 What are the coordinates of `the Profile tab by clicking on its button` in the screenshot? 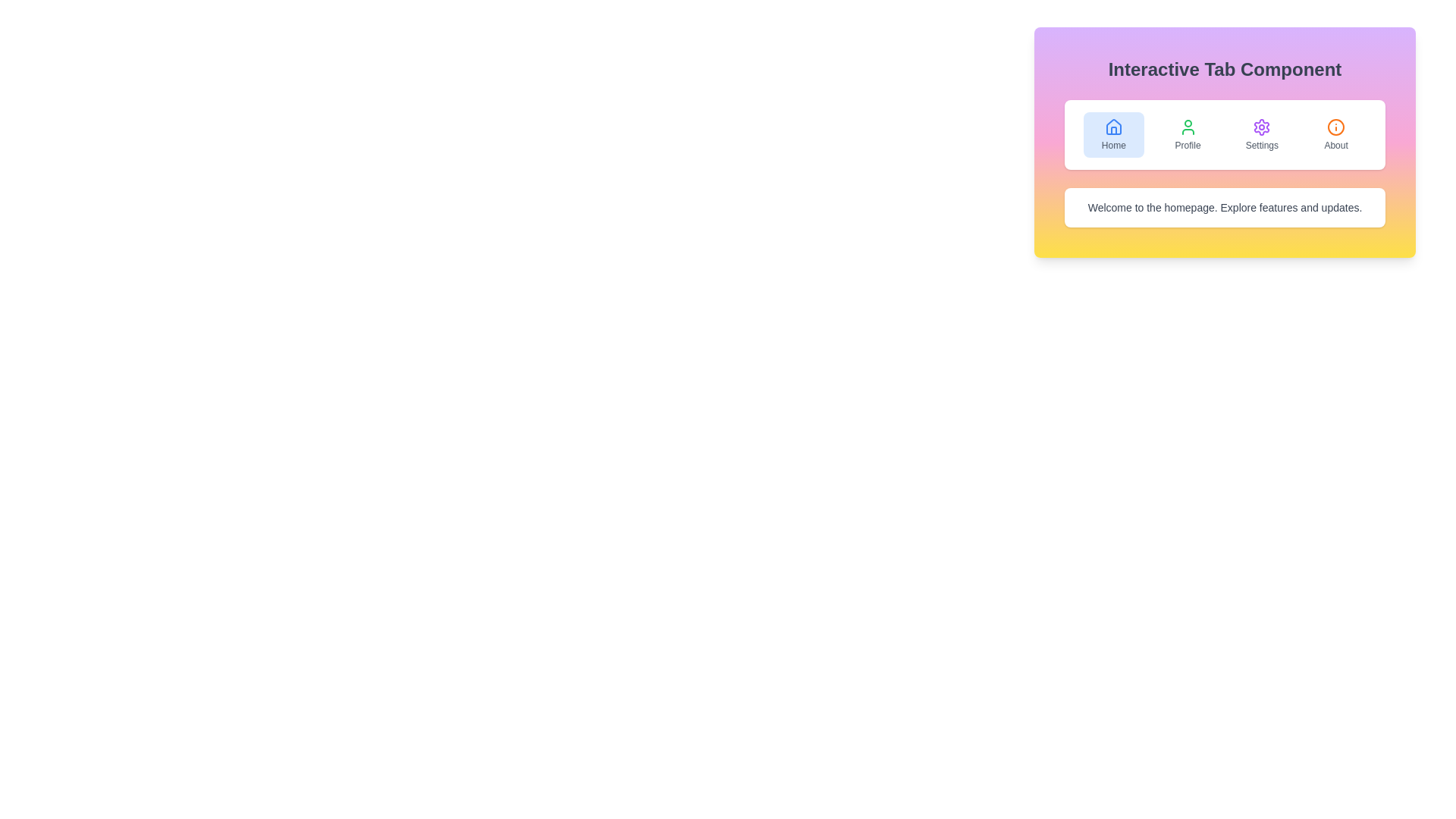 It's located at (1187, 133).